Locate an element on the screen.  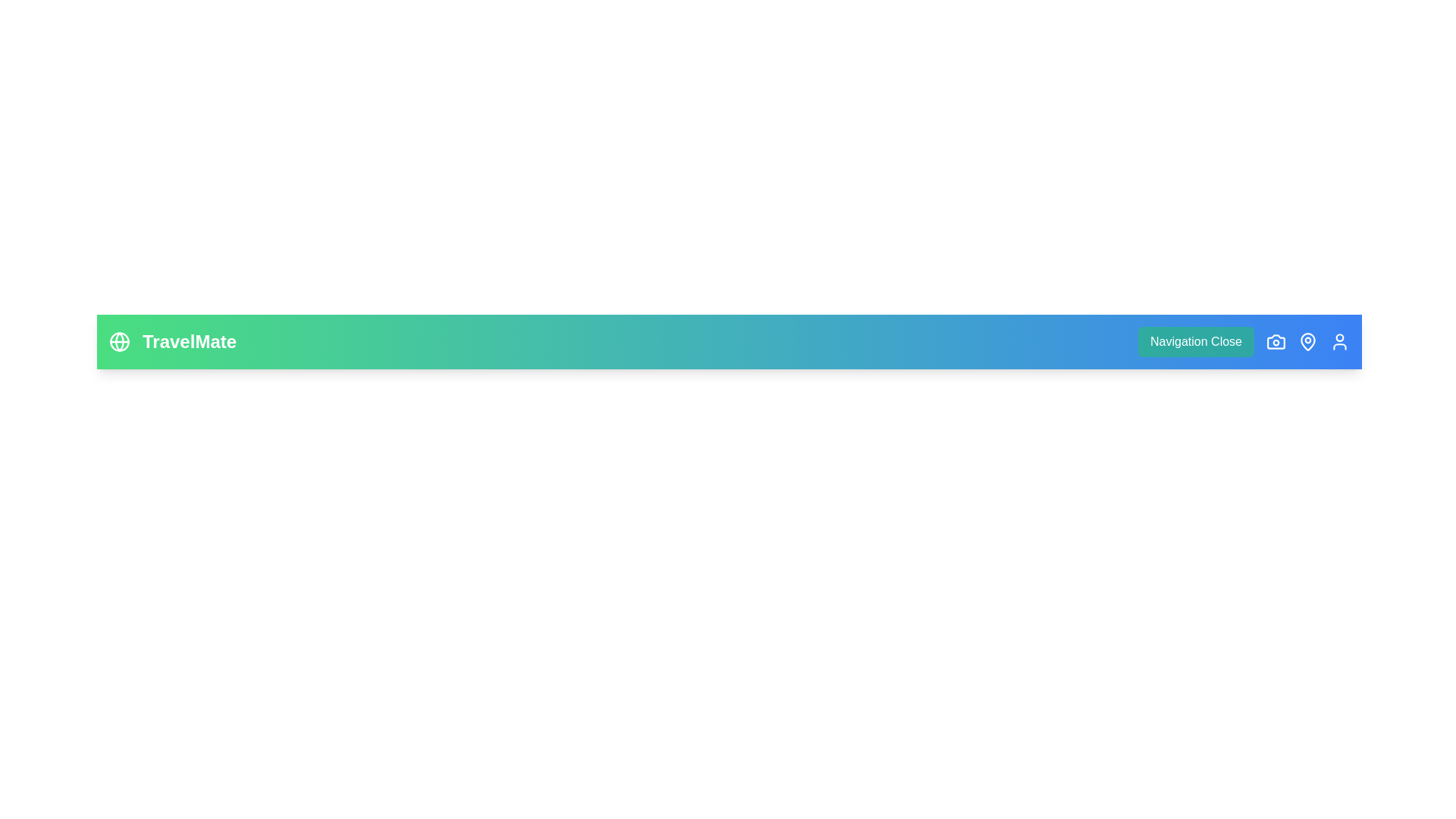
the Camera icon to observe its hover effect is located at coordinates (1276, 342).